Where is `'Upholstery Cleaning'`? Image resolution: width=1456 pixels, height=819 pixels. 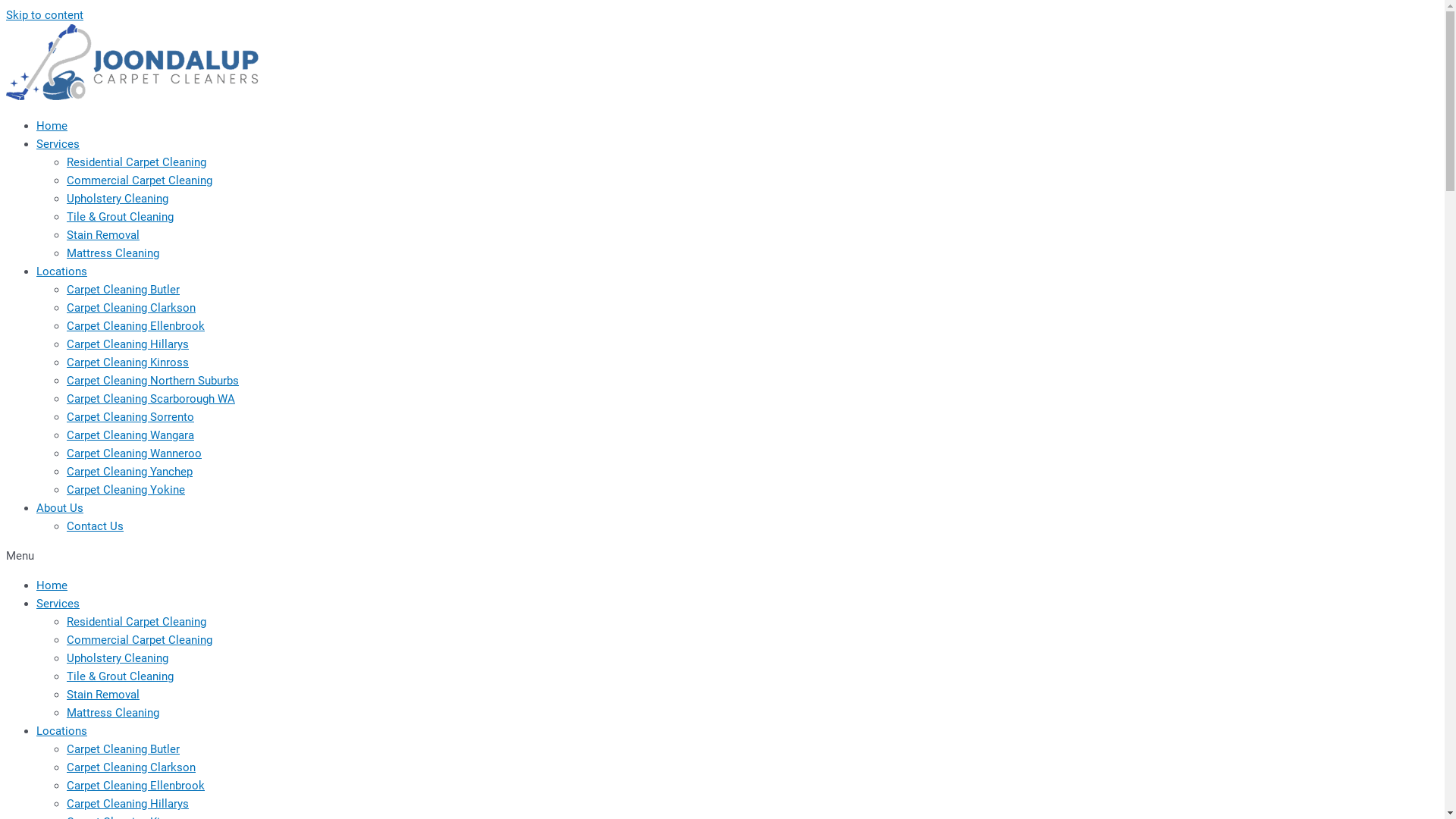 'Upholstery Cleaning' is located at coordinates (116, 657).